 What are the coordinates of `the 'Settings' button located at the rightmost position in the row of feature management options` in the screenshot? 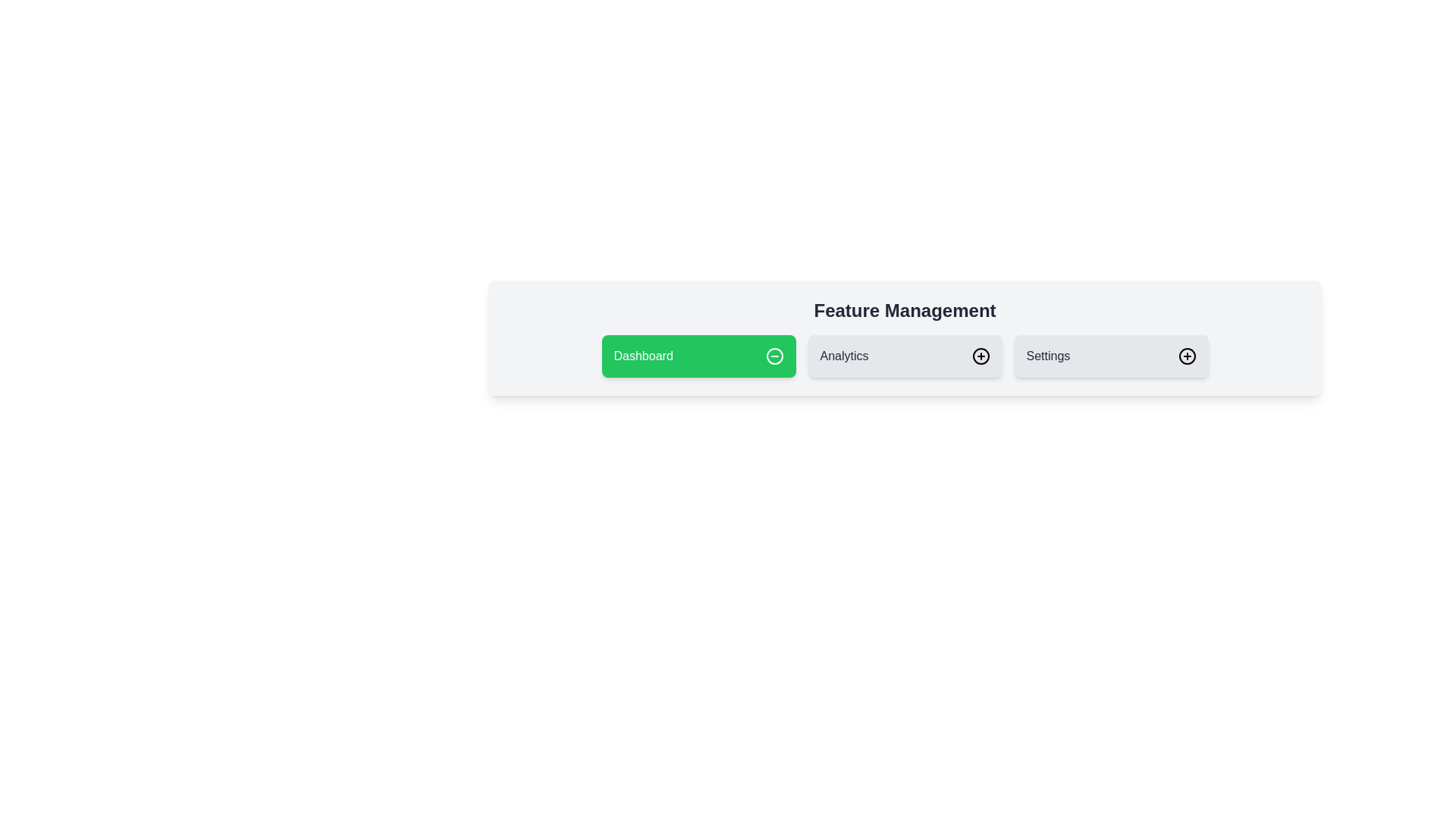 It's located at (1111, 356).